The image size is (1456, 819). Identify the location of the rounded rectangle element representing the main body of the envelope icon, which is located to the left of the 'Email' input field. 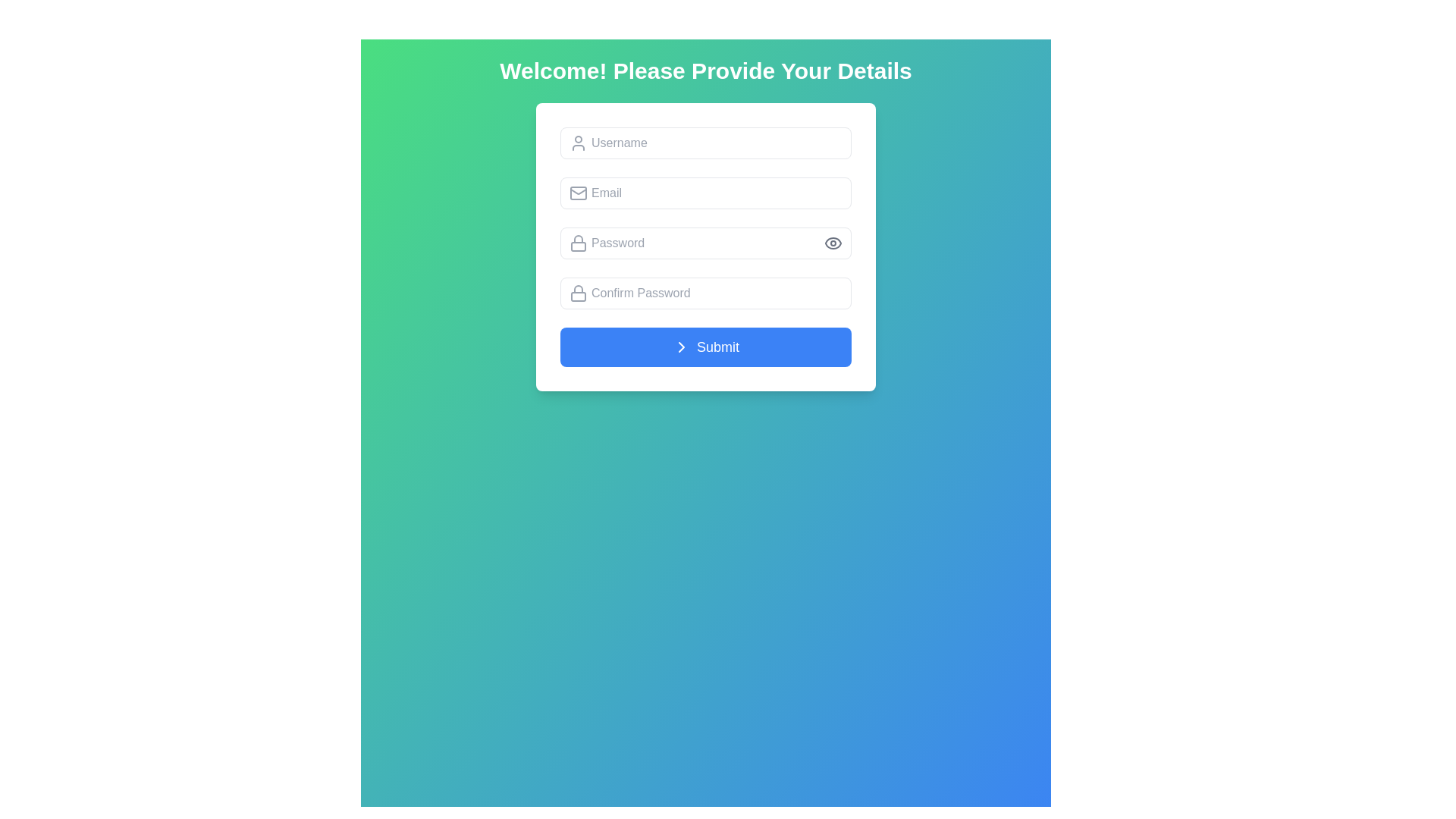
(578, 192).